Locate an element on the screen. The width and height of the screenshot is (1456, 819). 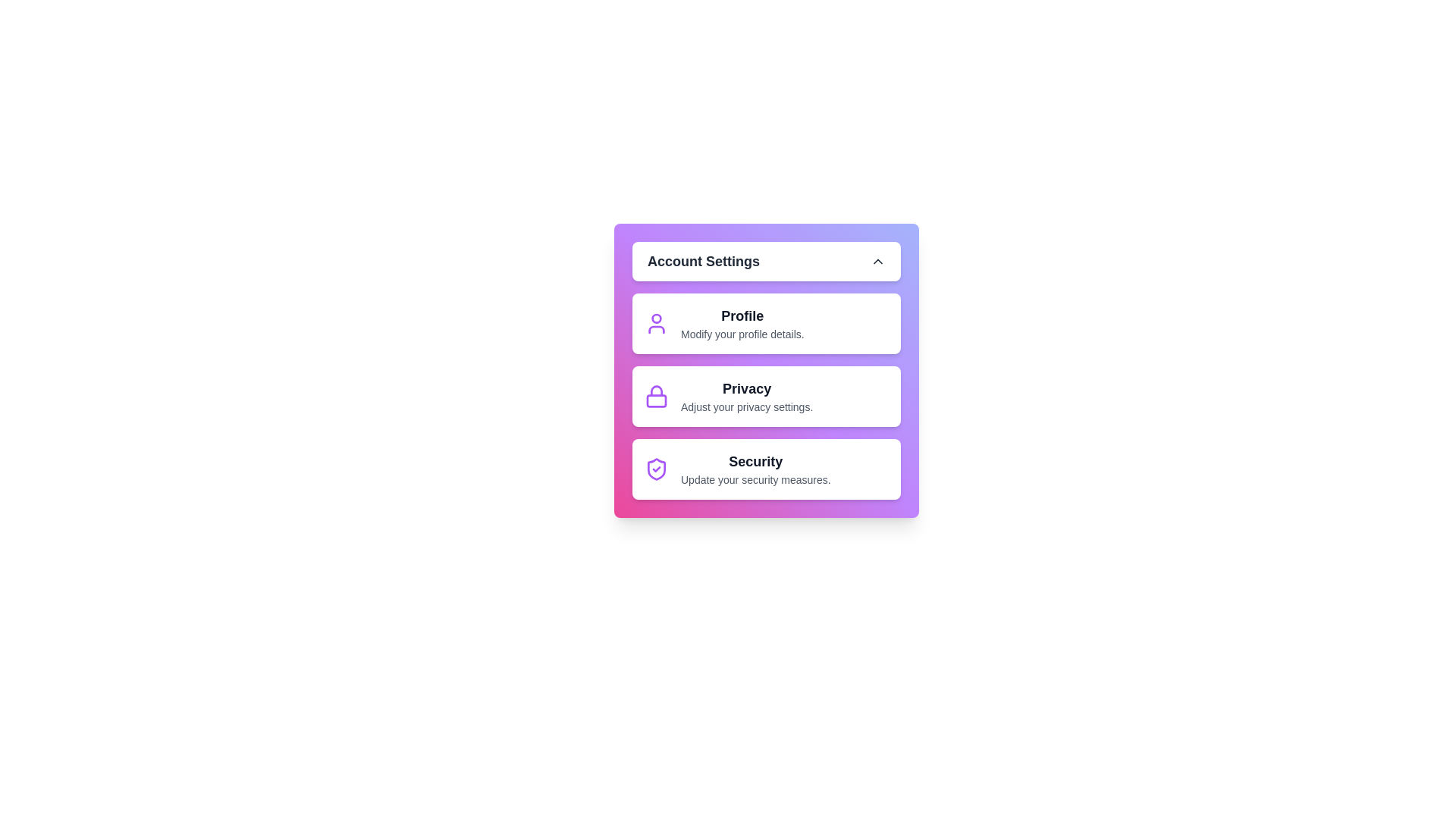
the 'Privacy' menu item to access privacy settings is located at coordinates (767, 396).